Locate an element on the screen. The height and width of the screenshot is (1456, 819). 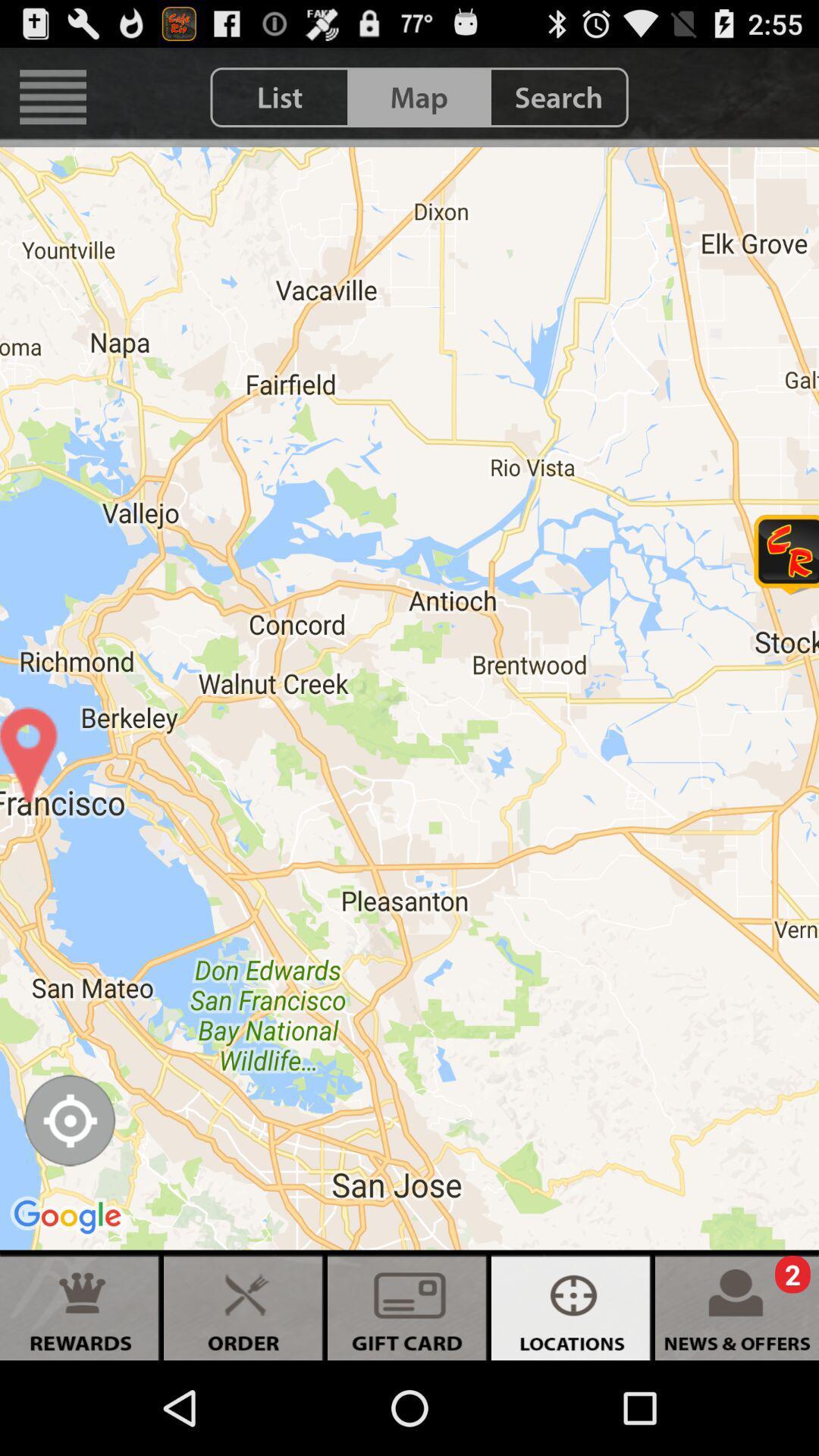
search icon is located at coordinates (558, 96).